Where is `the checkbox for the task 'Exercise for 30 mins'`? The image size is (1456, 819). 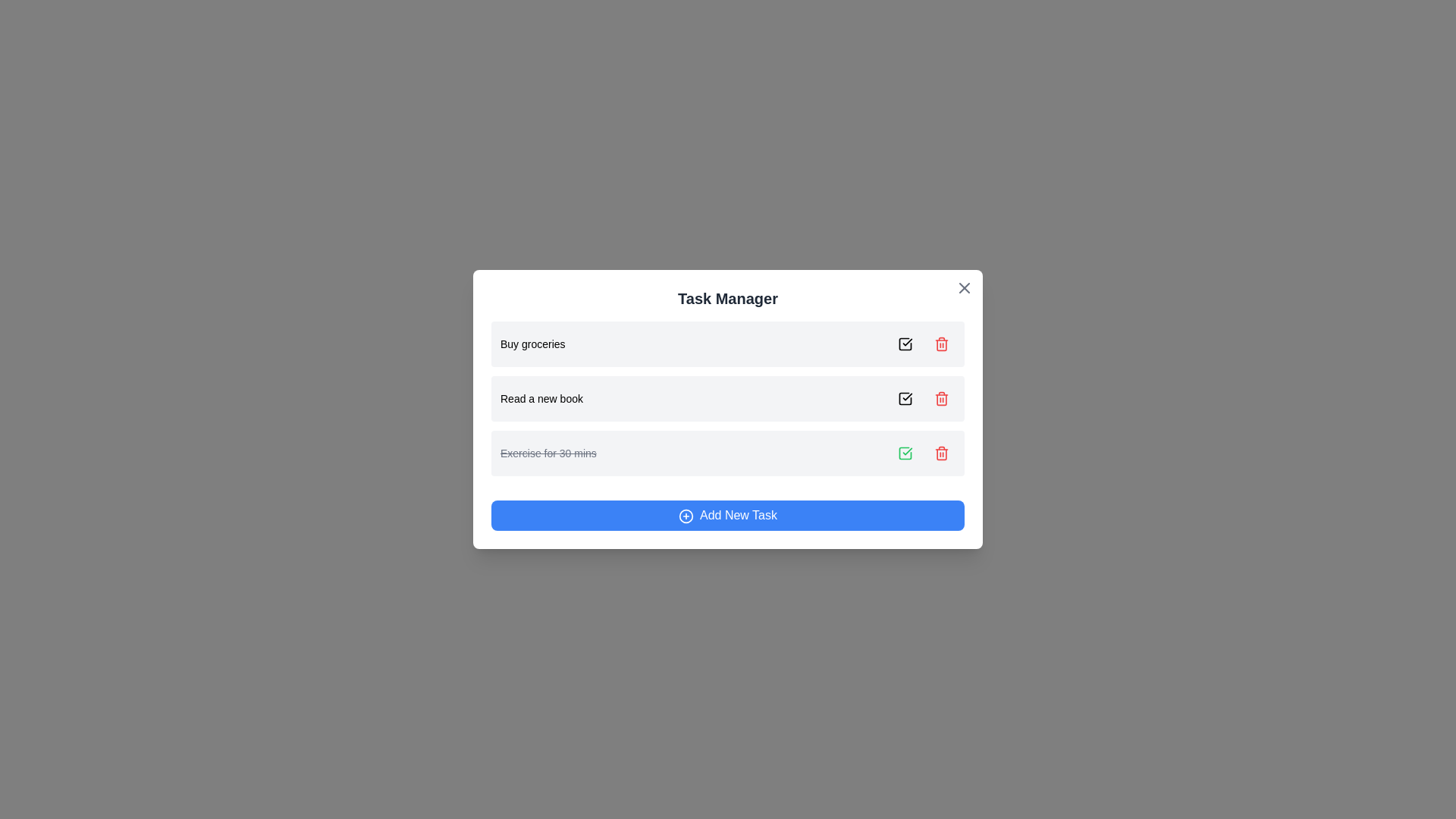 the checkbox for the task 'Exercise for 30 mins' is located at coordinates (905, 452).